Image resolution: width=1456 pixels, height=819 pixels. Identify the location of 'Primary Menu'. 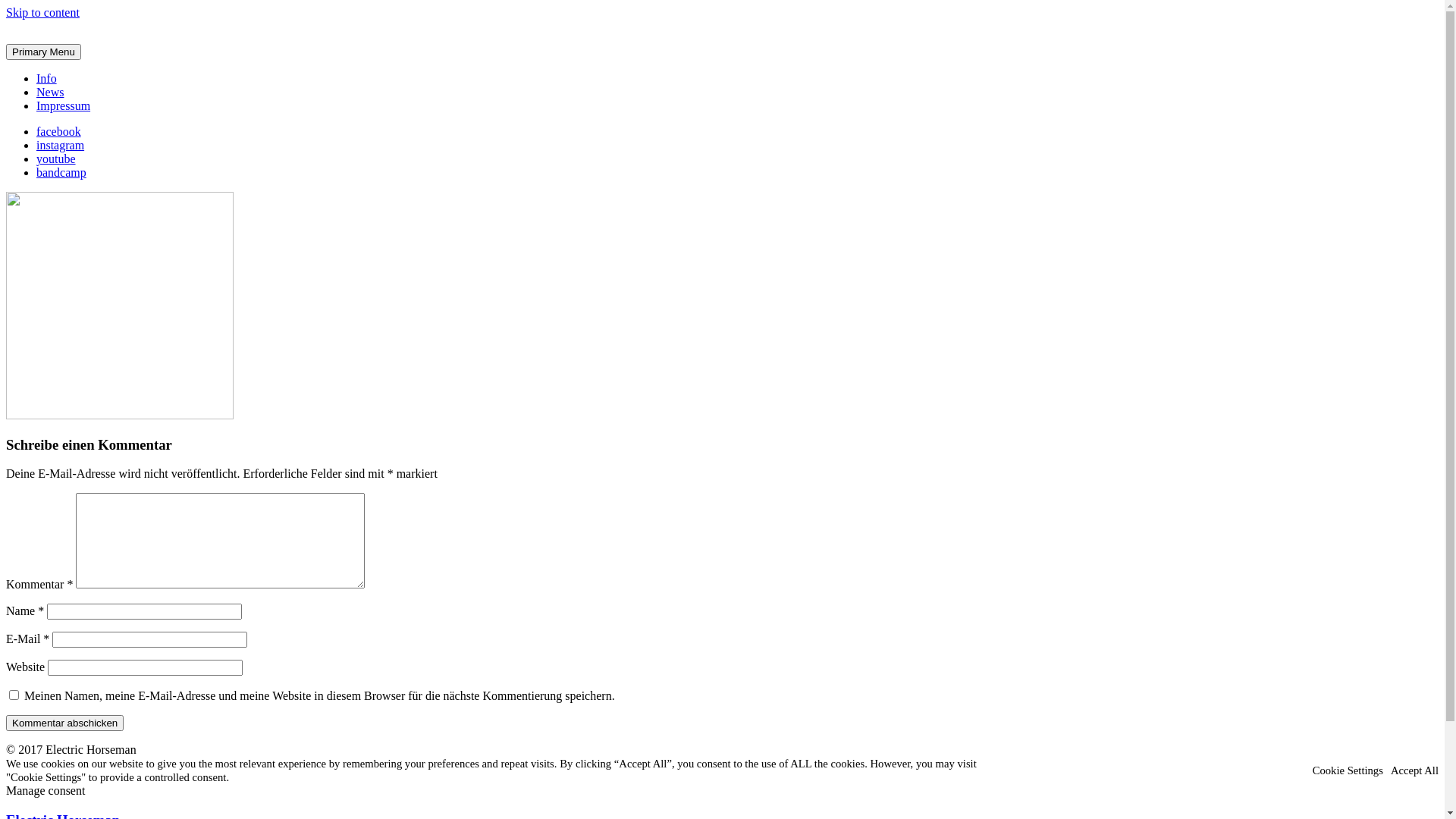
(6, 51).